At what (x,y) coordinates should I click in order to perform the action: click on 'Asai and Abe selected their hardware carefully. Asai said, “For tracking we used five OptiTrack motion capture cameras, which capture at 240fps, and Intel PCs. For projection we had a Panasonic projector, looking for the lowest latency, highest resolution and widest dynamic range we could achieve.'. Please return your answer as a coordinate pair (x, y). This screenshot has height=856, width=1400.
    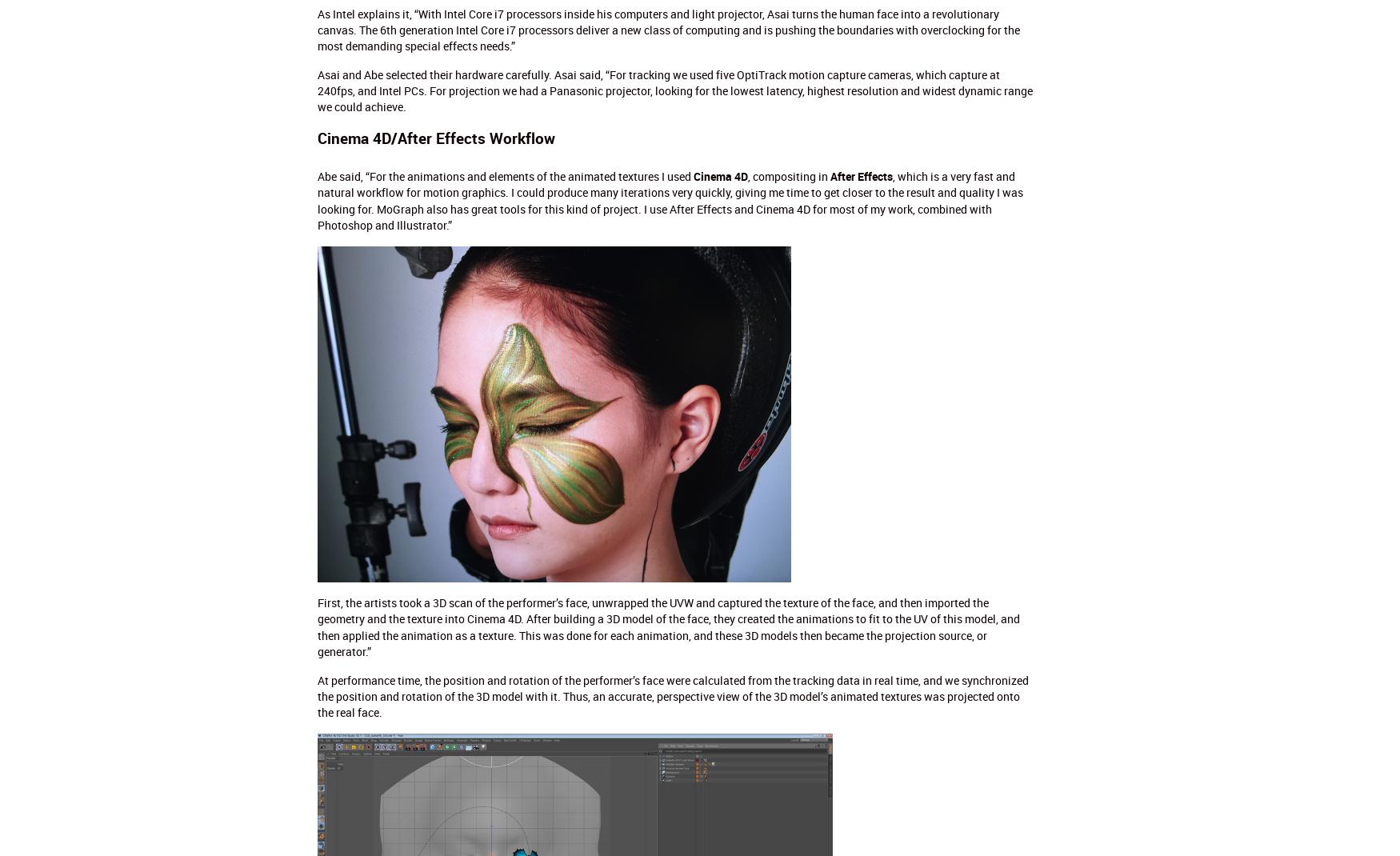
    Looking at the image, I should click on (674, 90).